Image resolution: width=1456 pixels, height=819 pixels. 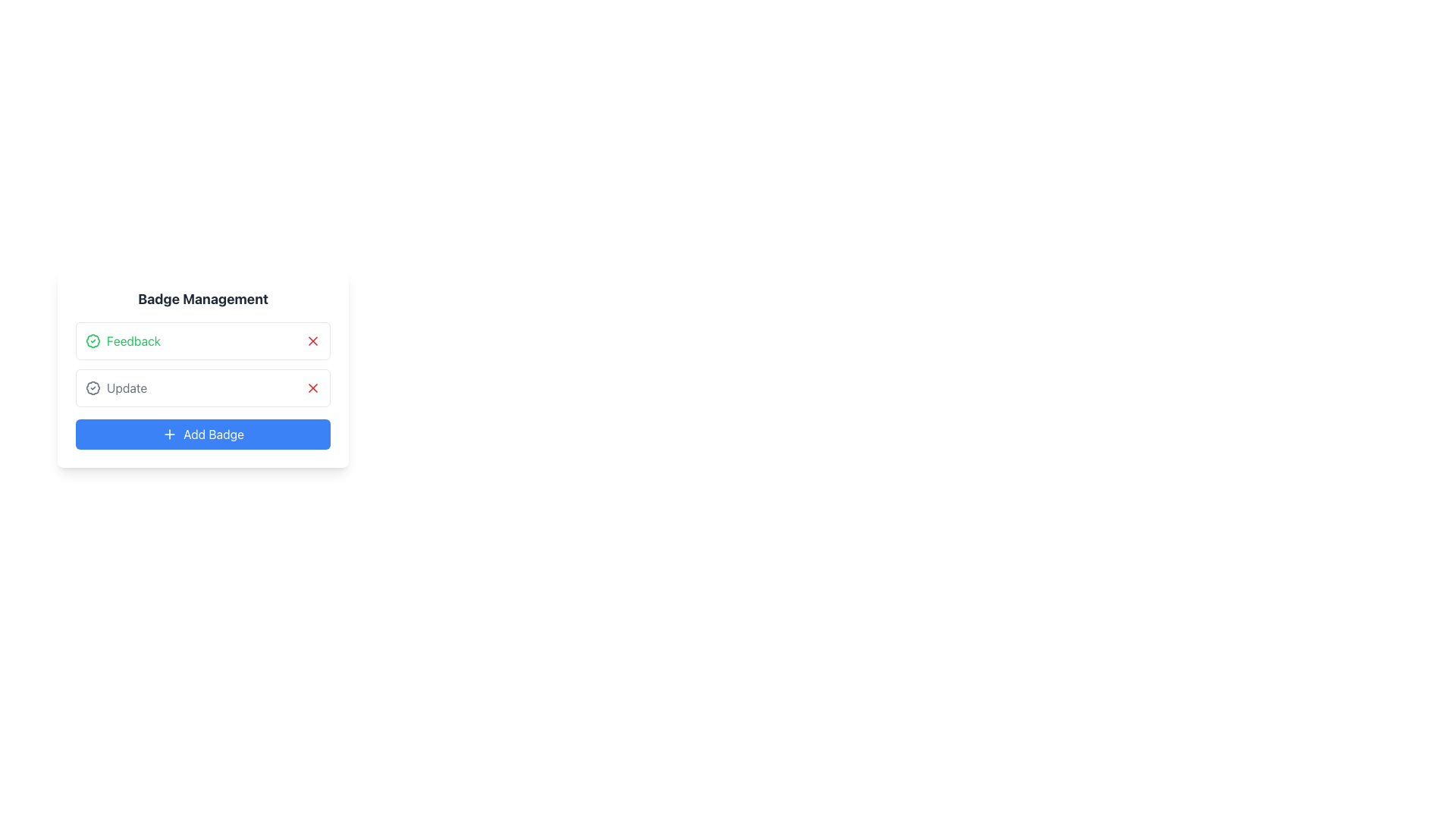 What do you see at coordinates (312, 388) in the screenshot?
I see `the red 'X' icon button located at the top-right corner of the 'Update' card` at bounding box center [312, 388].